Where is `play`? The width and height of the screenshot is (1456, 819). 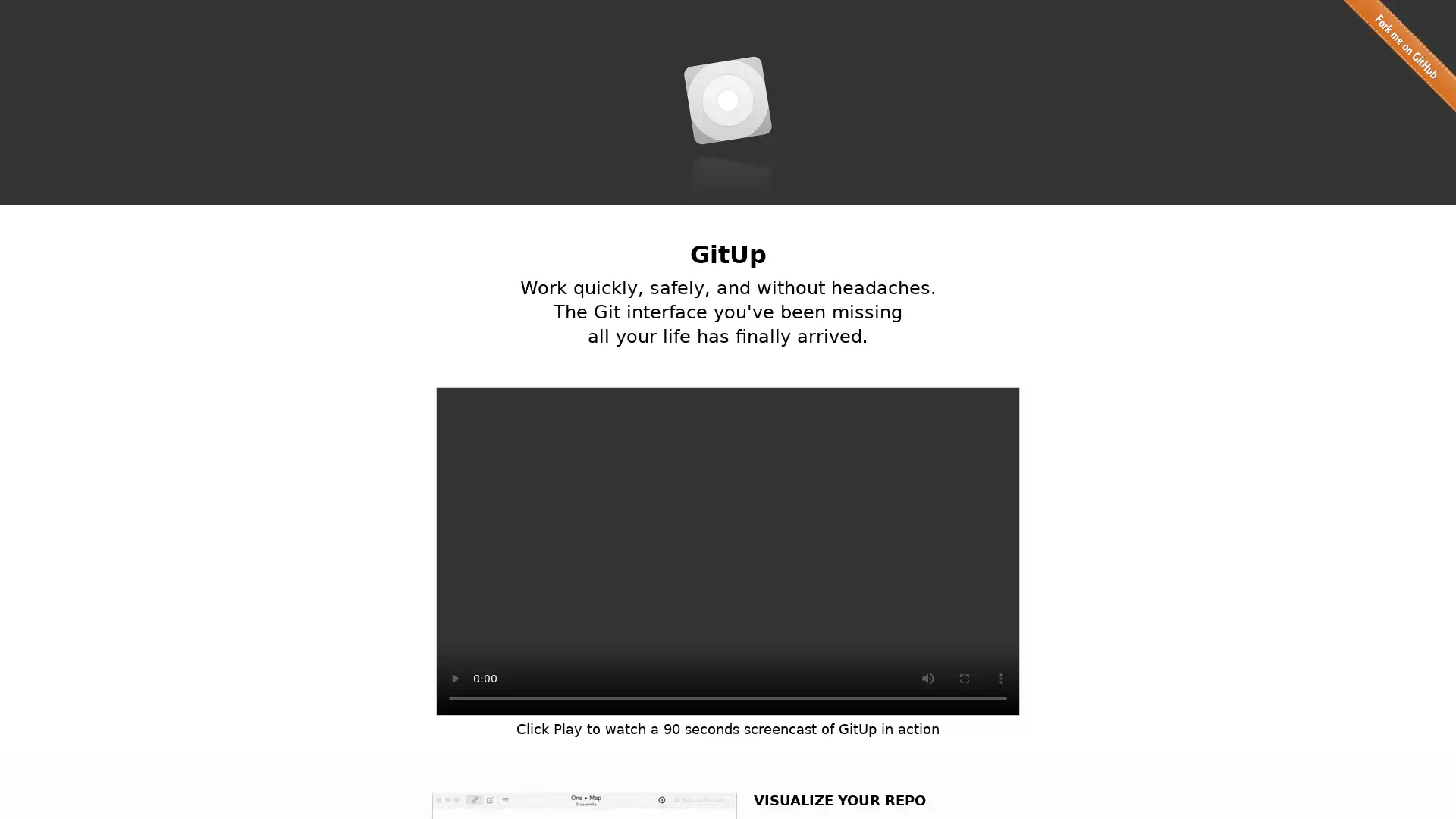 play is located at coordinates (454, 677).